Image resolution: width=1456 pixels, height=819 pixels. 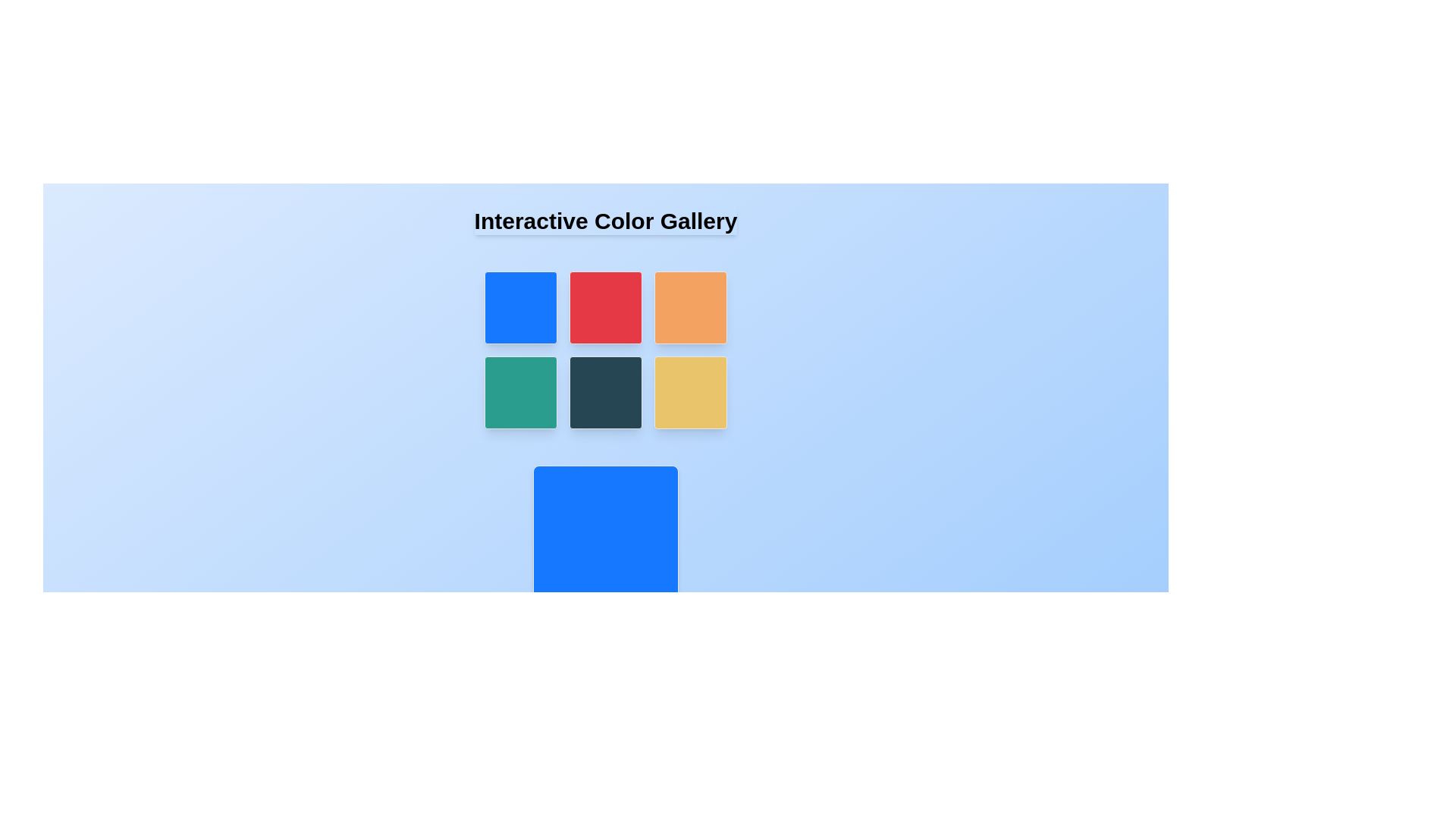 What do you see at coordinates (520, 307) in the screenshot?
I see `to select or activate the blue button located in the top-left corner of the grid in the Interactive Color Gallery` at bounding box center [520, 307].